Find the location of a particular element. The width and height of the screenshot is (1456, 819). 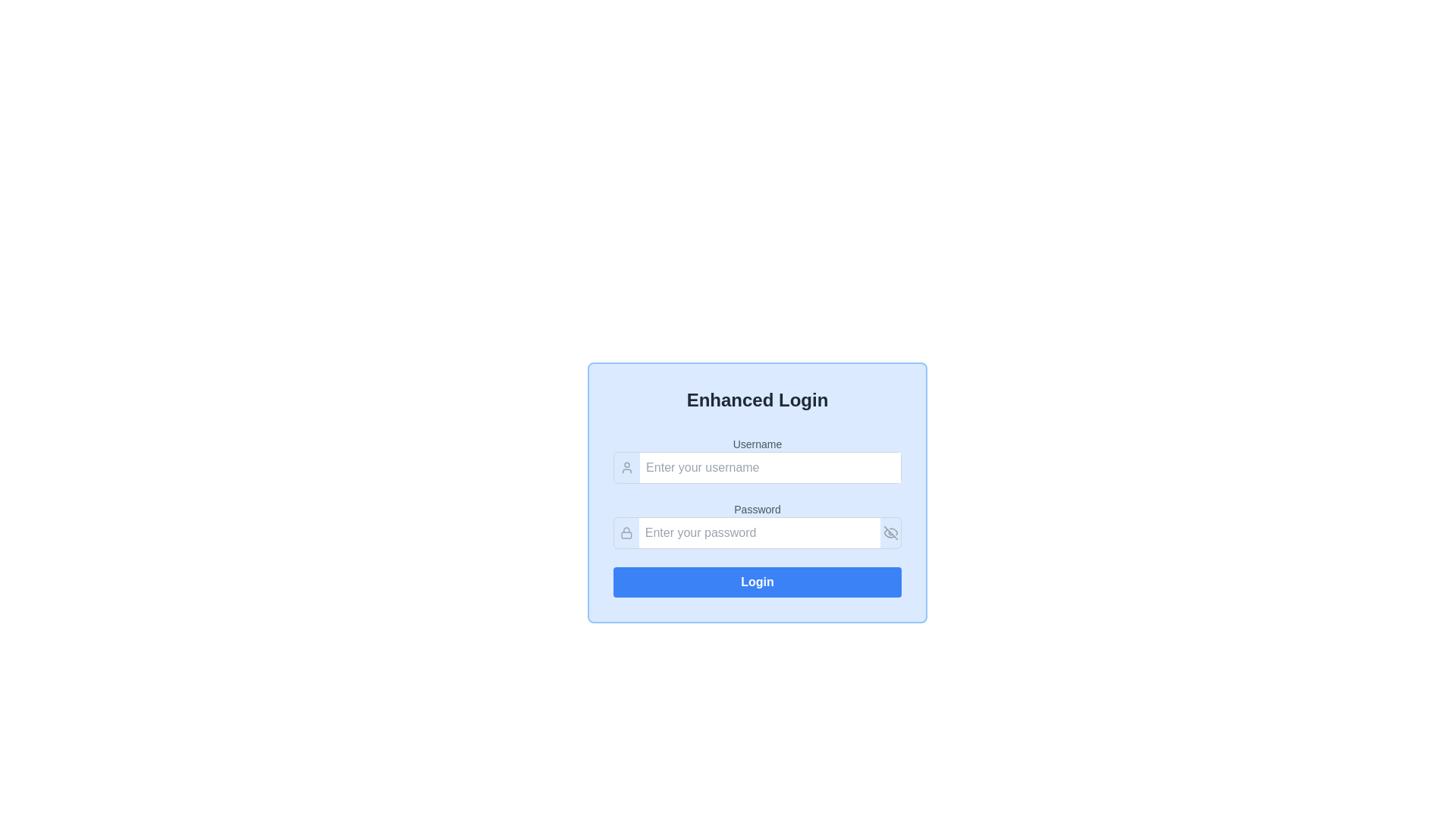

the eye icon with a diagonal line crossing it, located within the password visibility toggle button on the right side of the password input field is located at coordinates (890, 532).